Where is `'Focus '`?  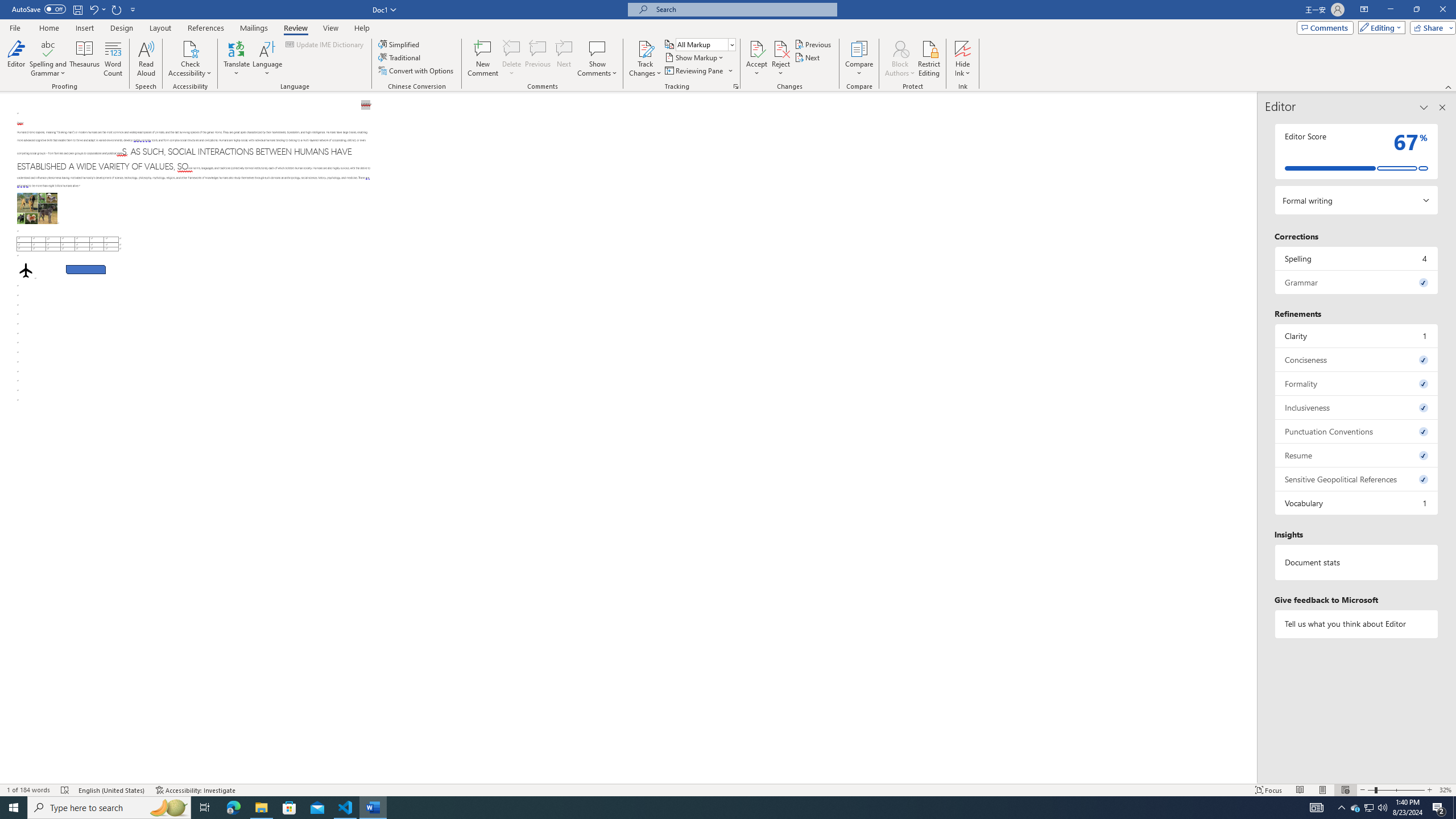 'Focus ' is located at coordinates (1268, 790).